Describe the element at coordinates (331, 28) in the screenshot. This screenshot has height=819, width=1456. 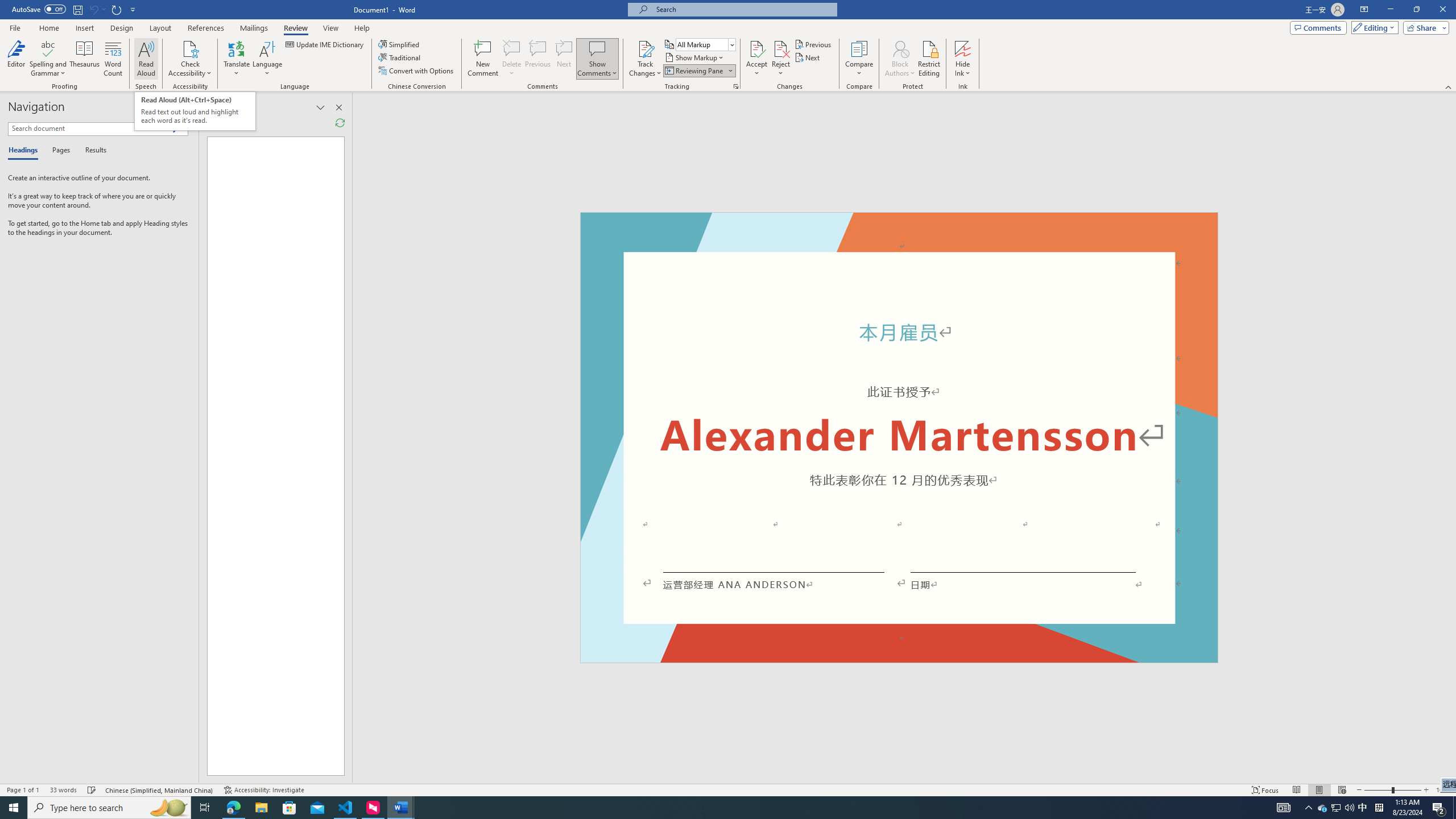
I see `'View'` at that location.